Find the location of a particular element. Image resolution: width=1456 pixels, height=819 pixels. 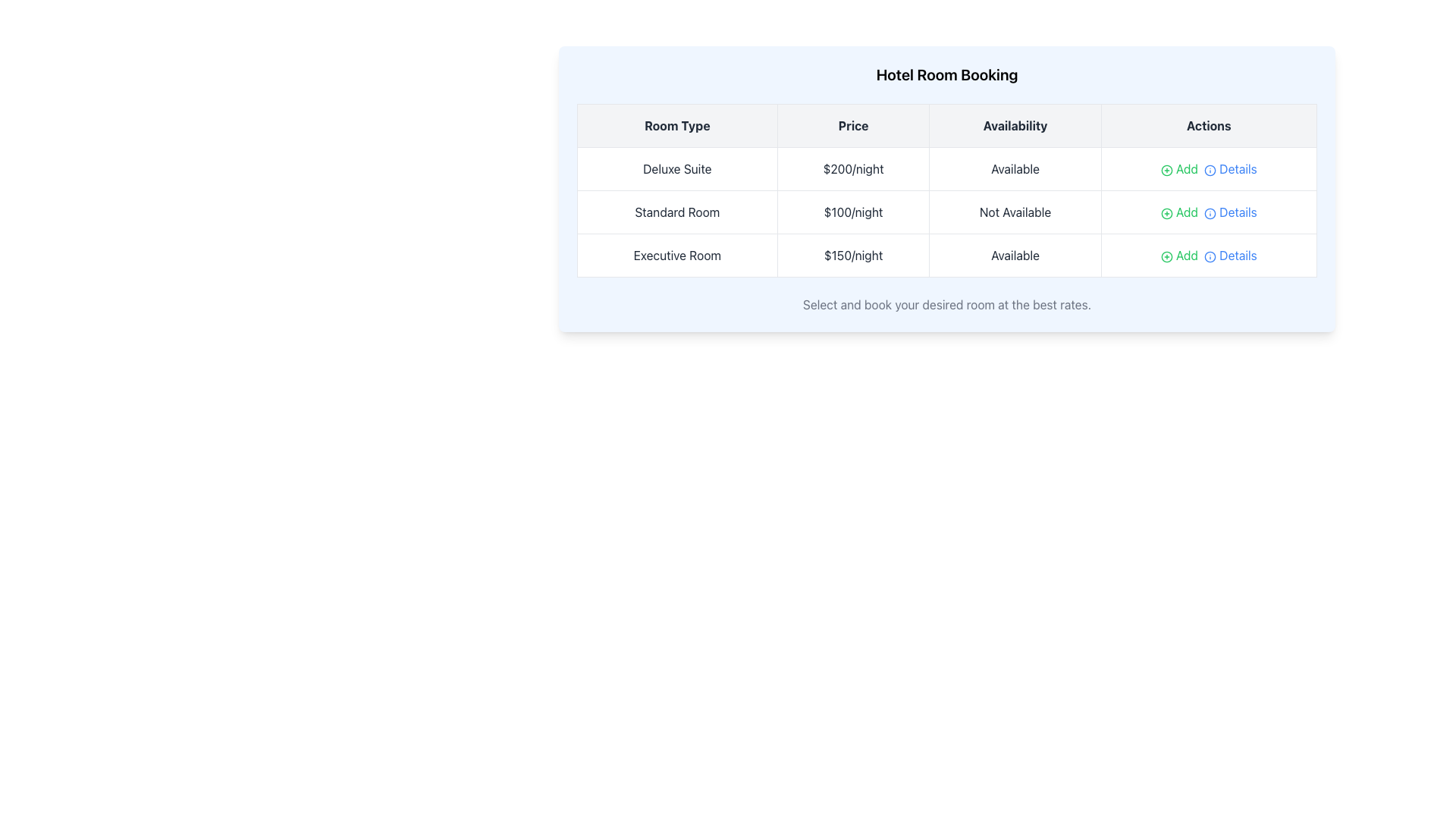

the 'Standard Room' text link with an accompanying icon, located as the second action button in the 'Actions' column of the second row in the 'Hotel Room Booking' table is located at coordinates (1230, 212).